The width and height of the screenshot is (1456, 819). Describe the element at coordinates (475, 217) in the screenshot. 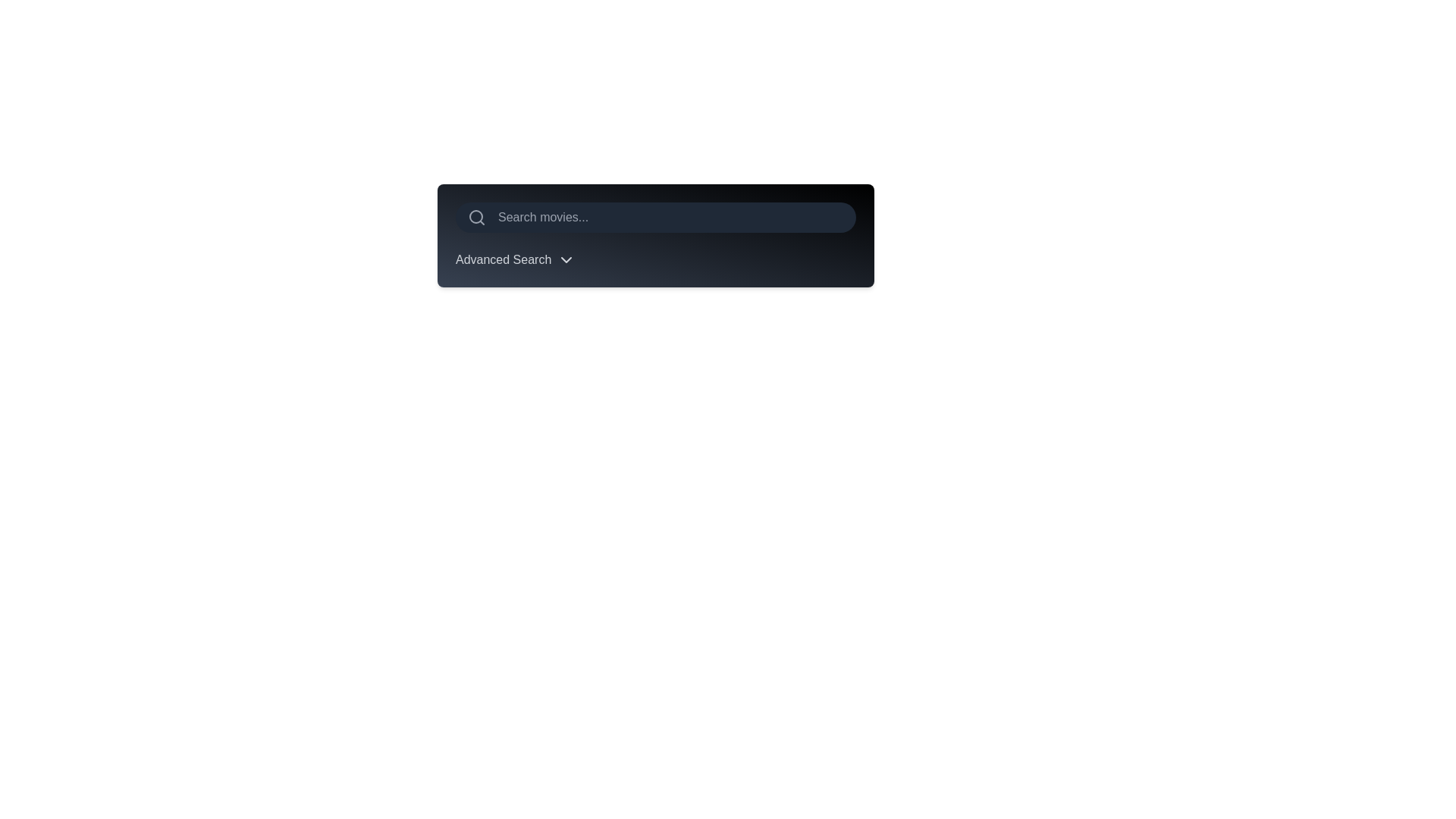

I see `the search icon located at the far left of the search bar, adjacent to the 'Search movies...' input field` at that location.